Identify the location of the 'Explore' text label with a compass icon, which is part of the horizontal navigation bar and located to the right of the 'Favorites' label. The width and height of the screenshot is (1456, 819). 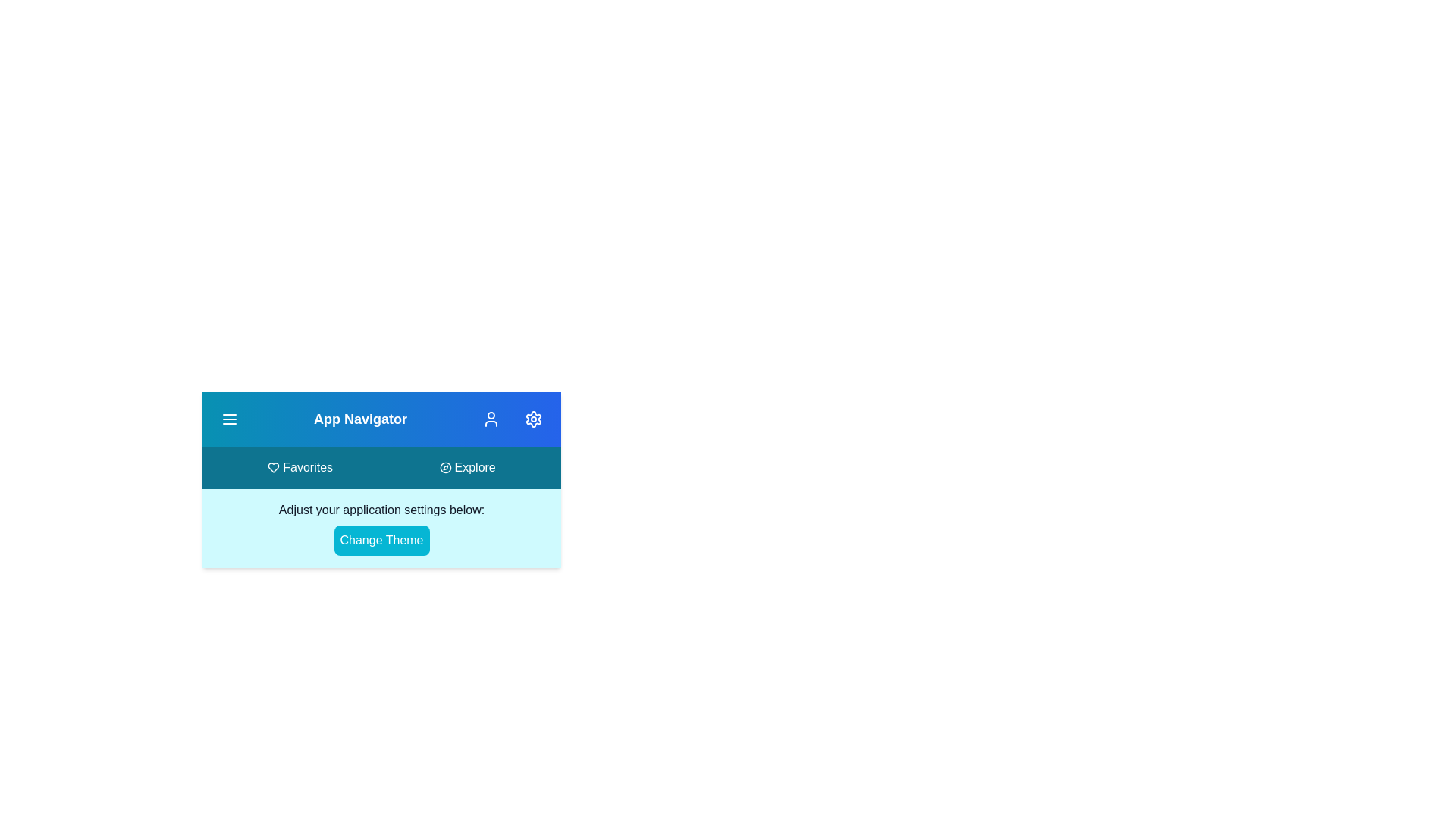
(466, 467).